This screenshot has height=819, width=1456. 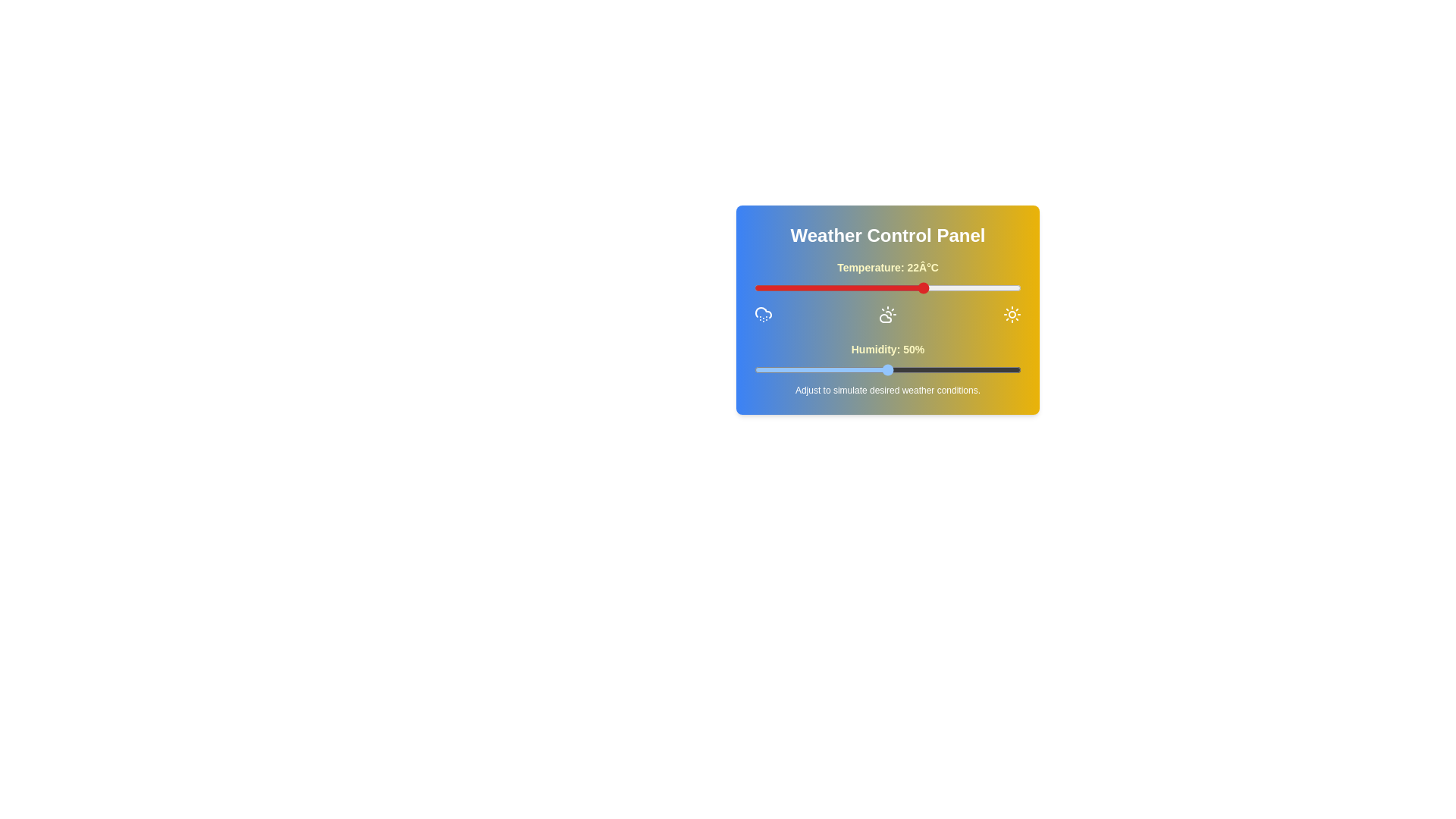 What do you see at coordinates (888, 314) in the screenshot?
I see `the weather icon that resembles a cloud with sun rays, located at the center of the weather control panel interface, between the temperature and humidity sliders` at bounding box center [888, 314].